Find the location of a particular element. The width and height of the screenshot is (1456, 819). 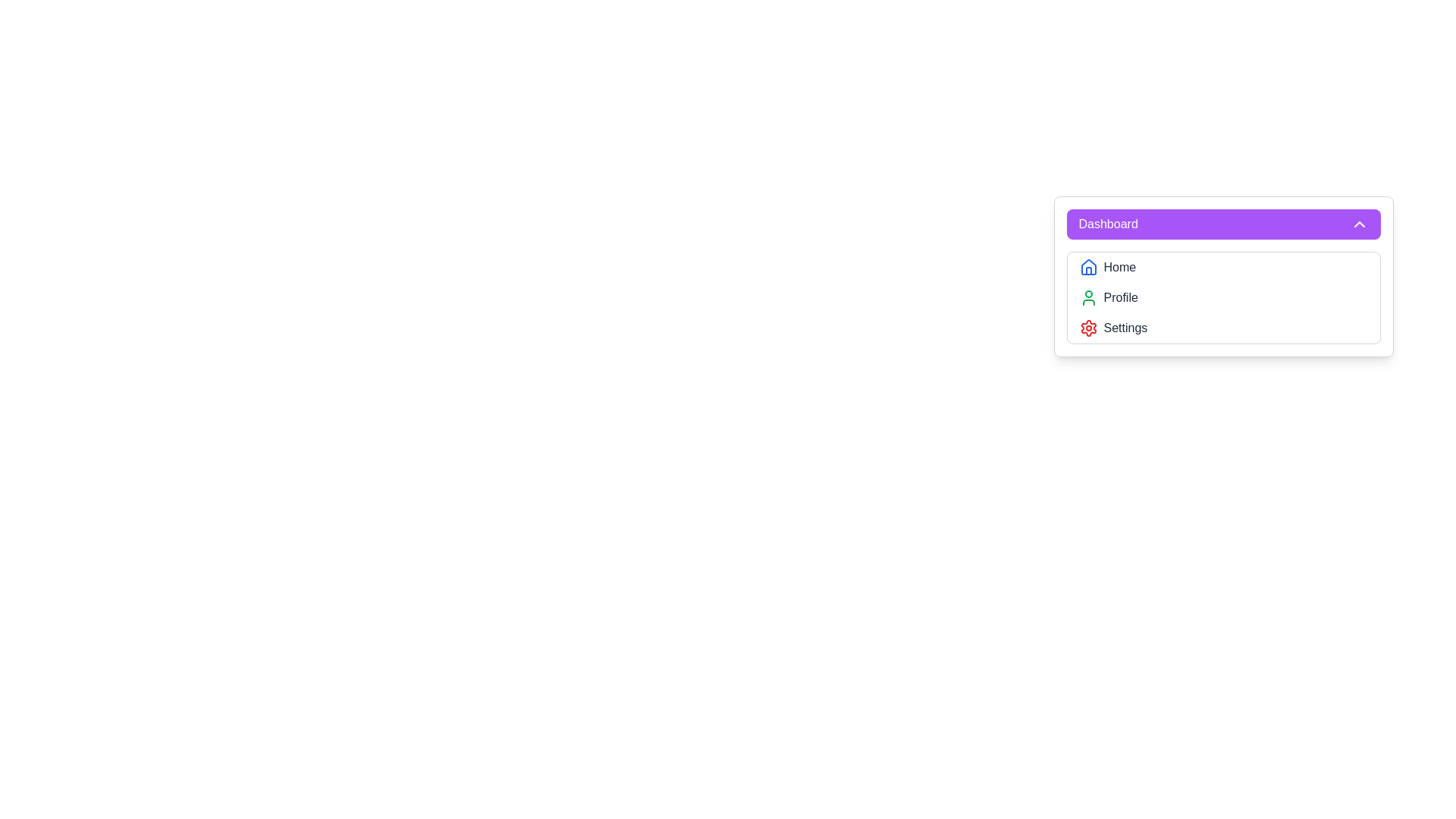

the icon for collapsing or expanding the menu associated with the 'Dashboard' header, located towards the far right edge of the purple header bar labeled 'Dashboard' is located at coordinates (1359, 224).